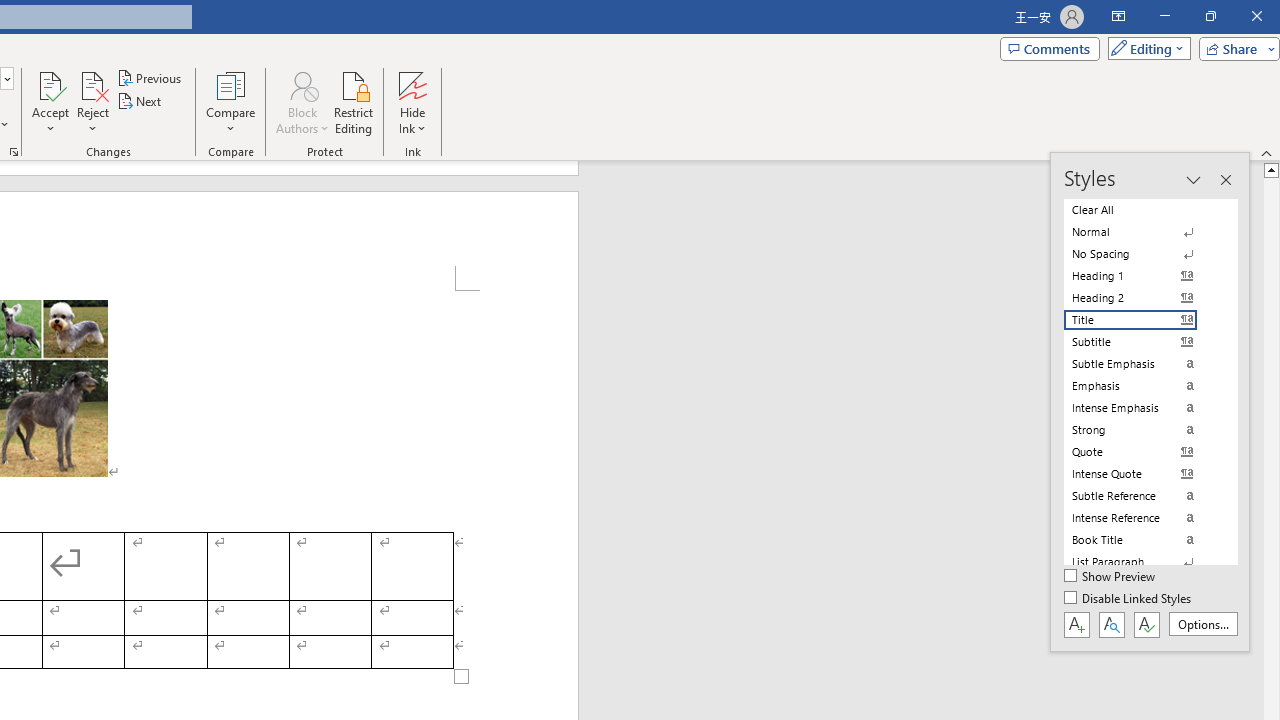  I want to click on 'Quote', so click(1142, 451).